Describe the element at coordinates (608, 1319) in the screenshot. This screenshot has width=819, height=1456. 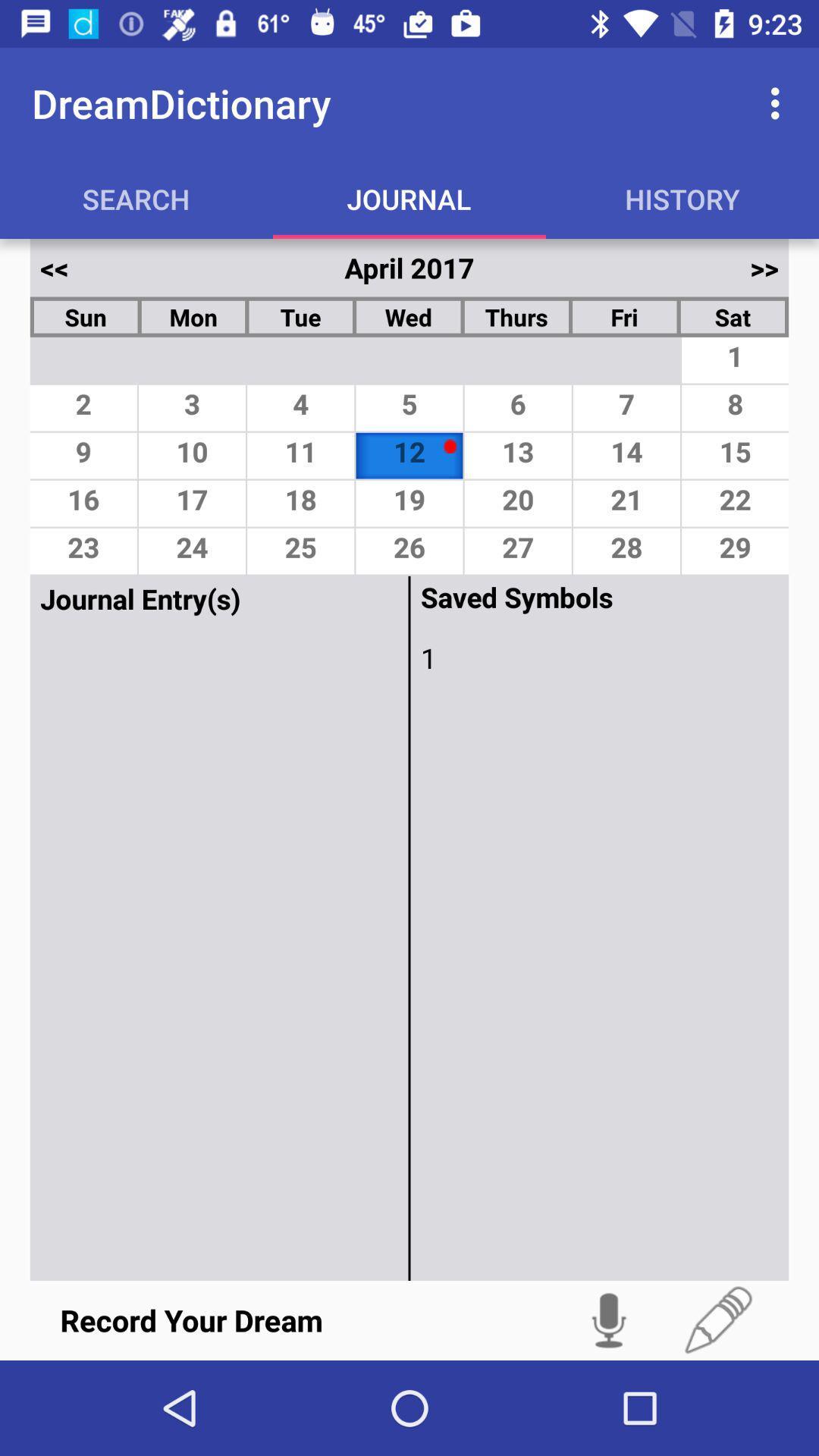
I see `the microphone icon` at that location.